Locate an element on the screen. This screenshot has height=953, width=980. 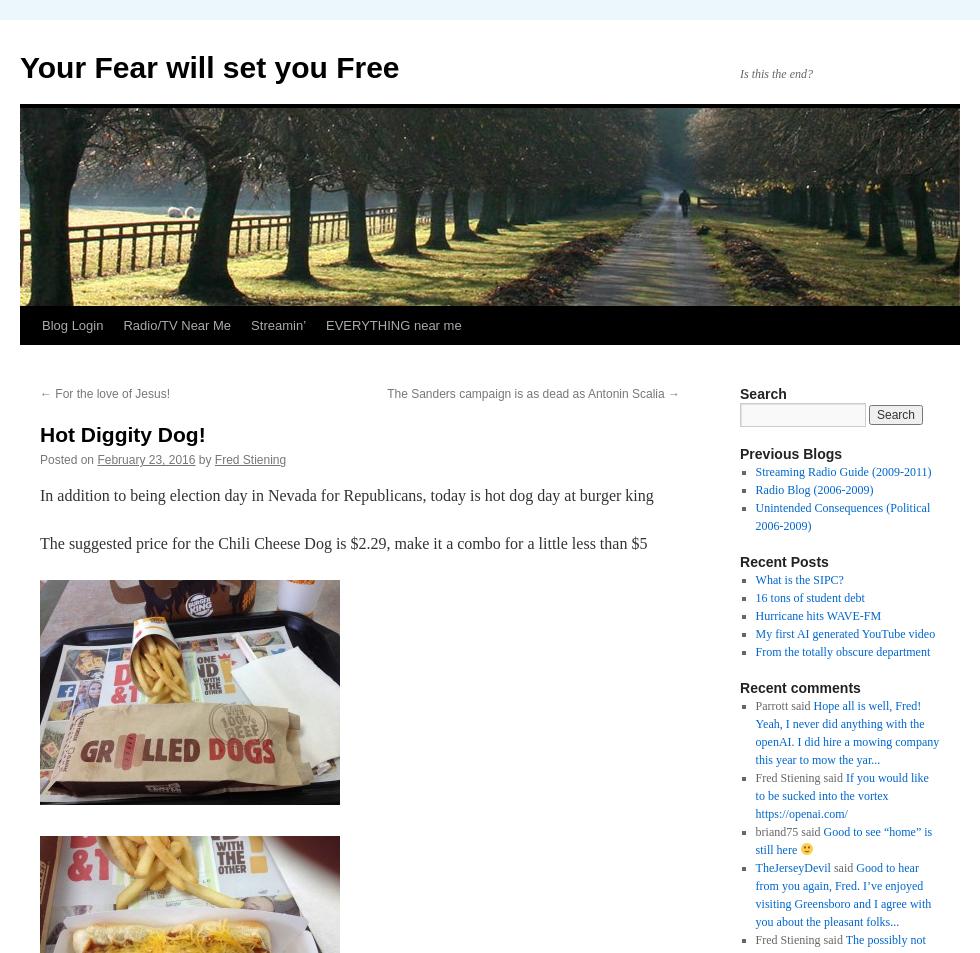
'The suggested price for the Chili Cheese Dog is $2.29, make it a combo for a little less than $5' is located at coordinates (343, 543).